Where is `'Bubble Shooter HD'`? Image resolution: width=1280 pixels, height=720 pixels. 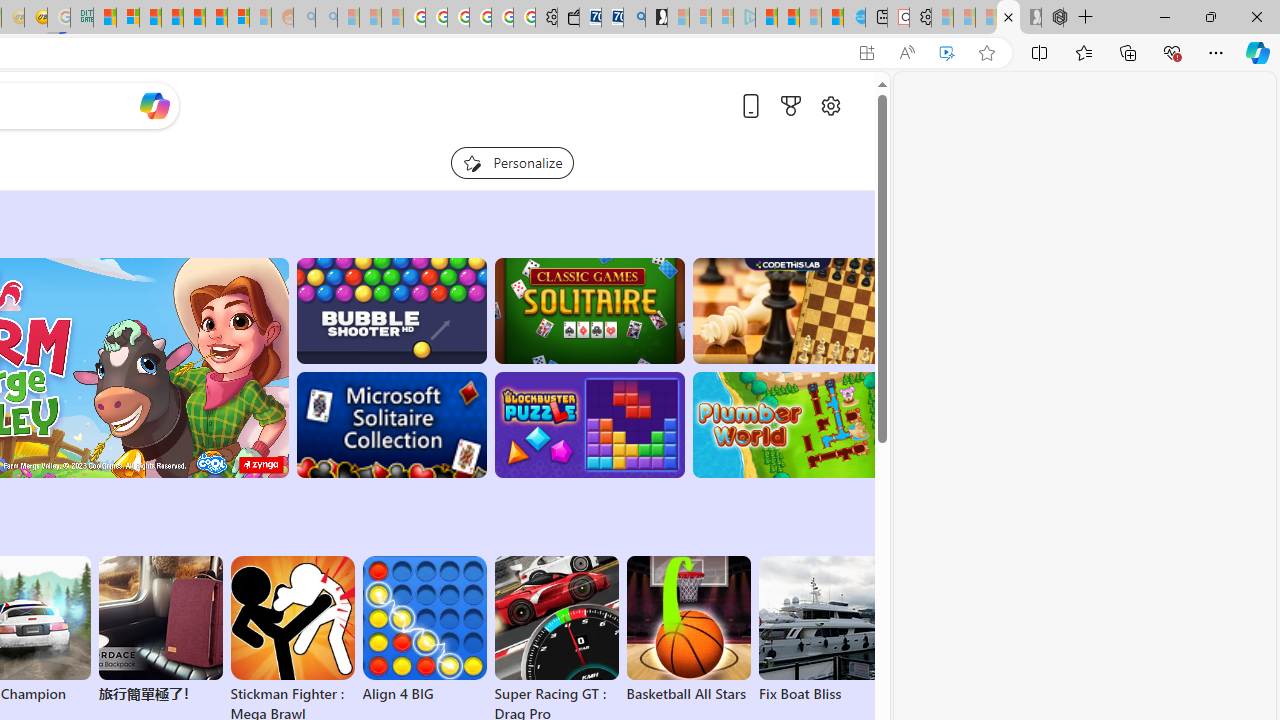
'Bubble Shooter HD' is located at coordinates (391, 311).